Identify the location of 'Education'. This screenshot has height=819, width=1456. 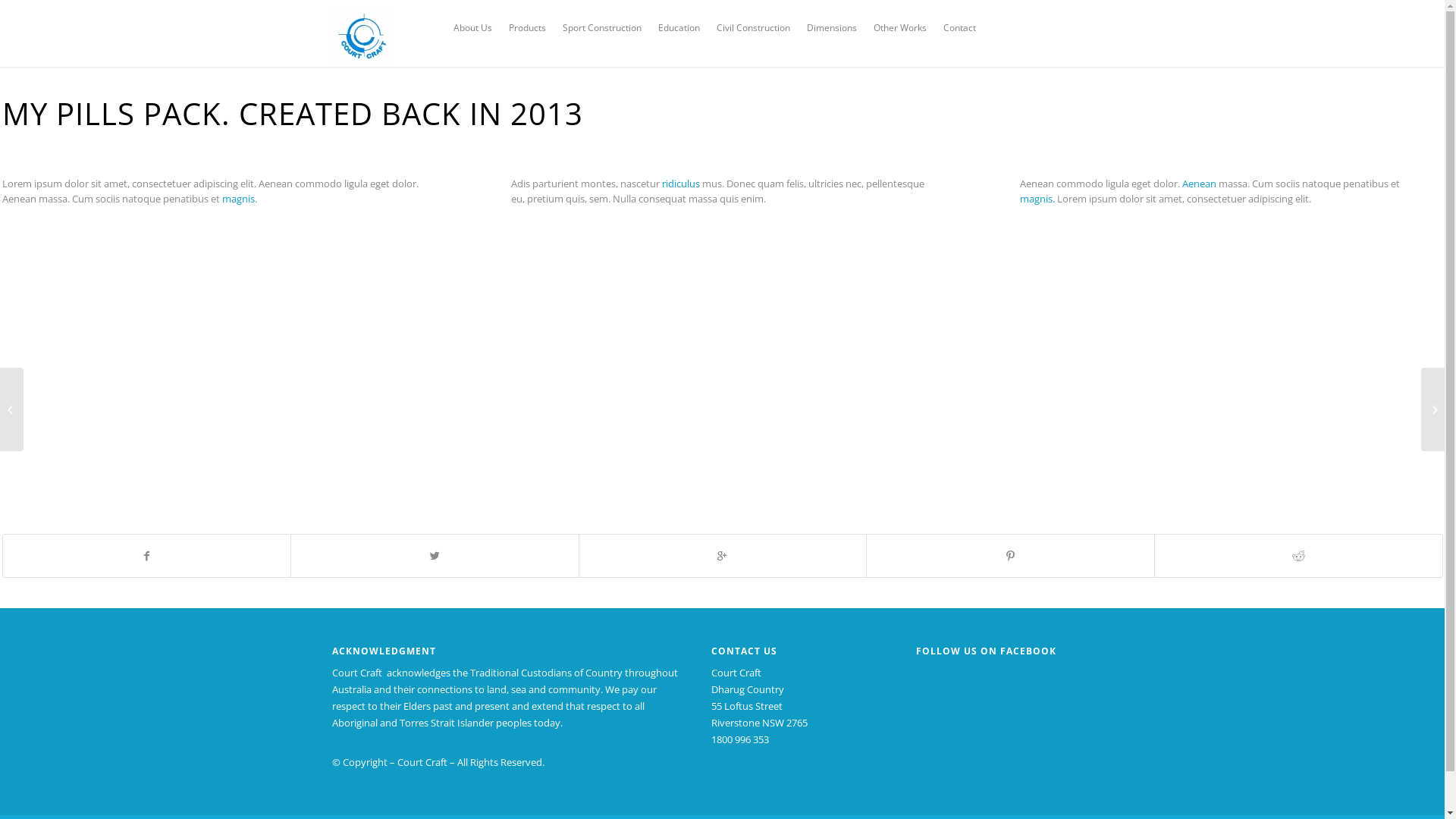
(678, 28).